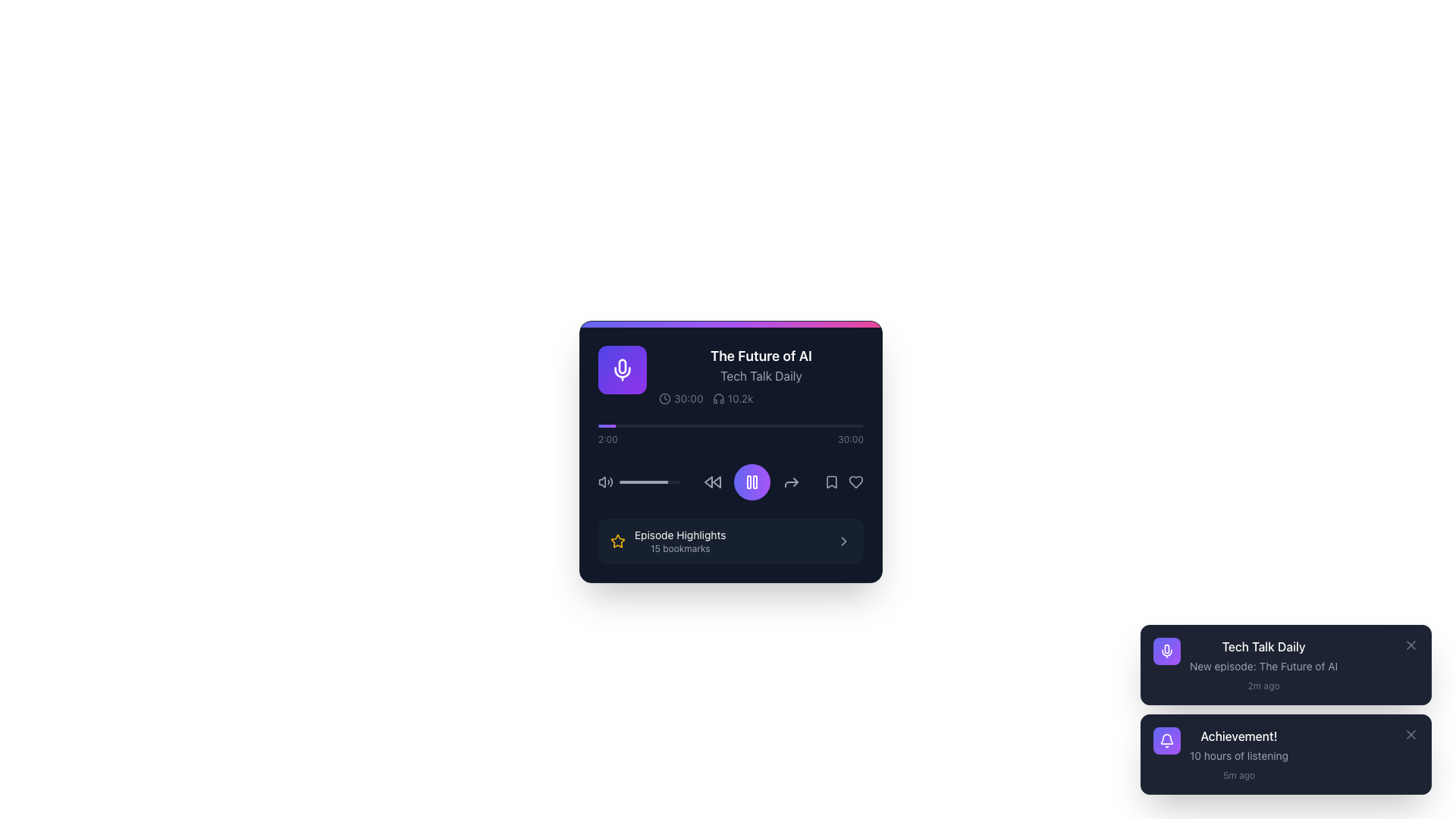 The image size is (1456, 819). I want to click on the Content display area that shows the title 'The Future of AI' and the subtitle 'Tech Talk Daily', which includes icons for duration and audience size, so click(731, 375).